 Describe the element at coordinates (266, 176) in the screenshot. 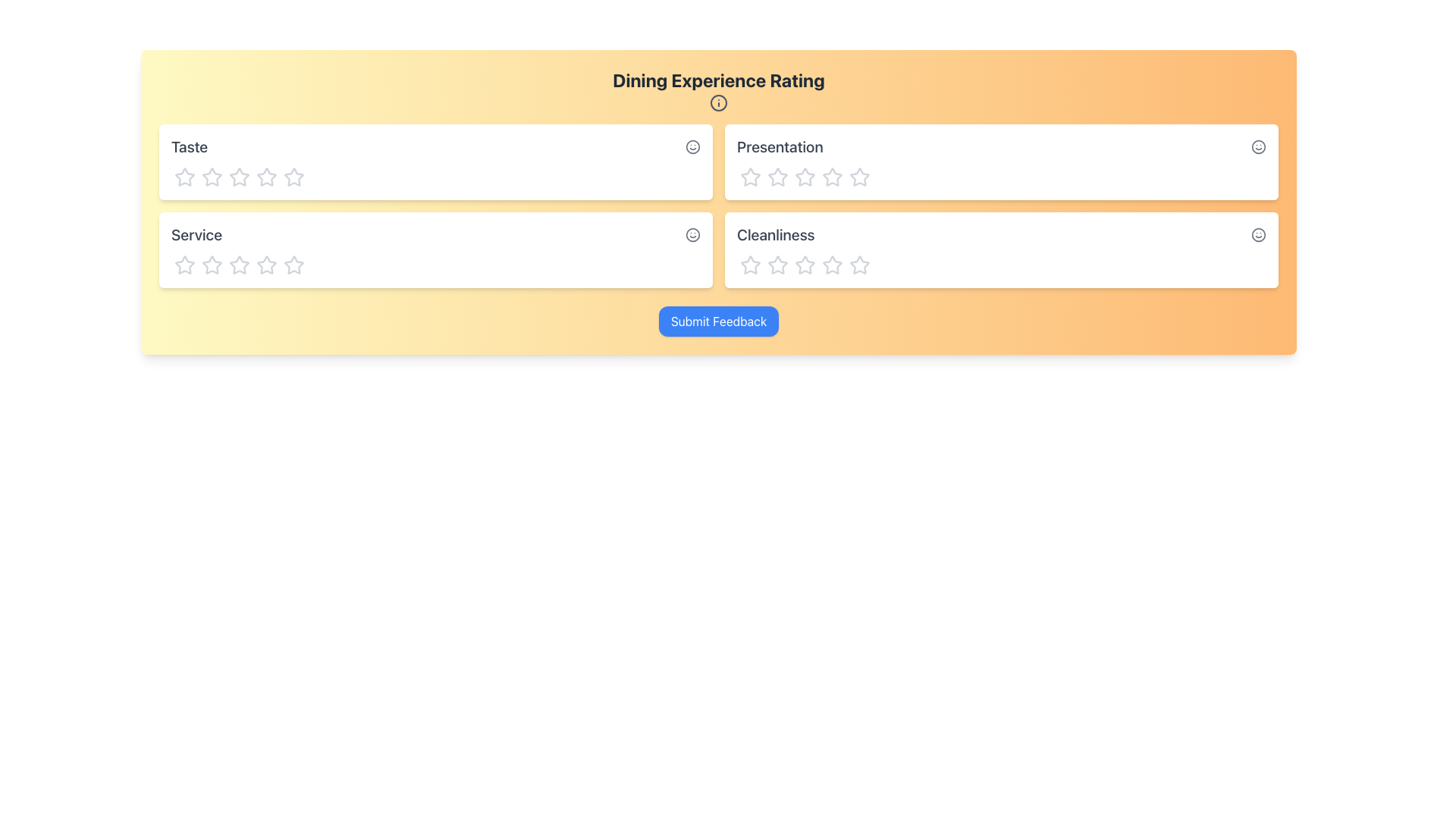

I see `the second star-shaped icon` at that location.